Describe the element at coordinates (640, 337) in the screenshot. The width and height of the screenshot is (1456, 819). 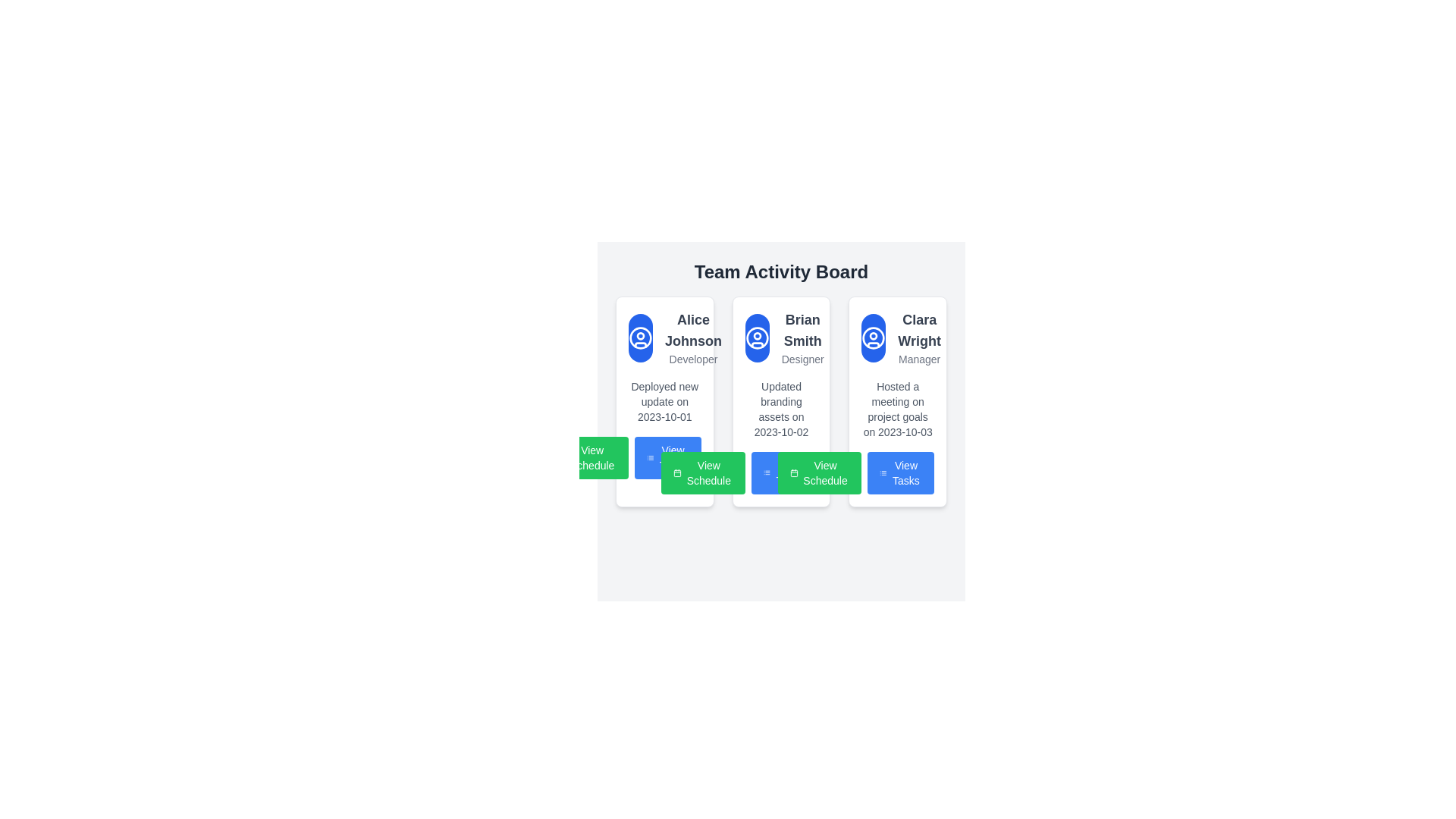
I see `the Profile Picture Icon` at that location.